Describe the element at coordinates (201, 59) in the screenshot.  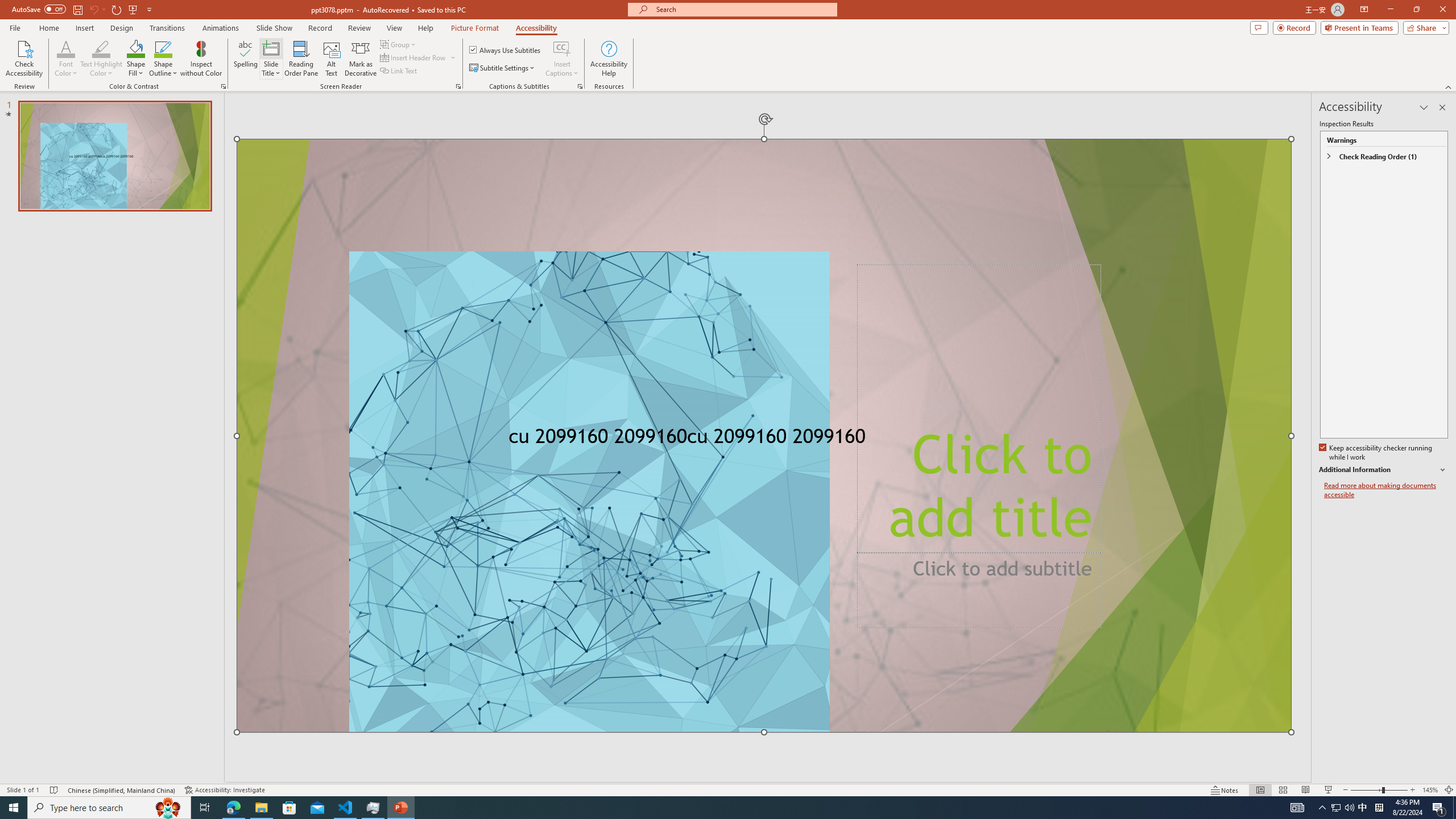
I see `'Inspect without Color'` at that location.